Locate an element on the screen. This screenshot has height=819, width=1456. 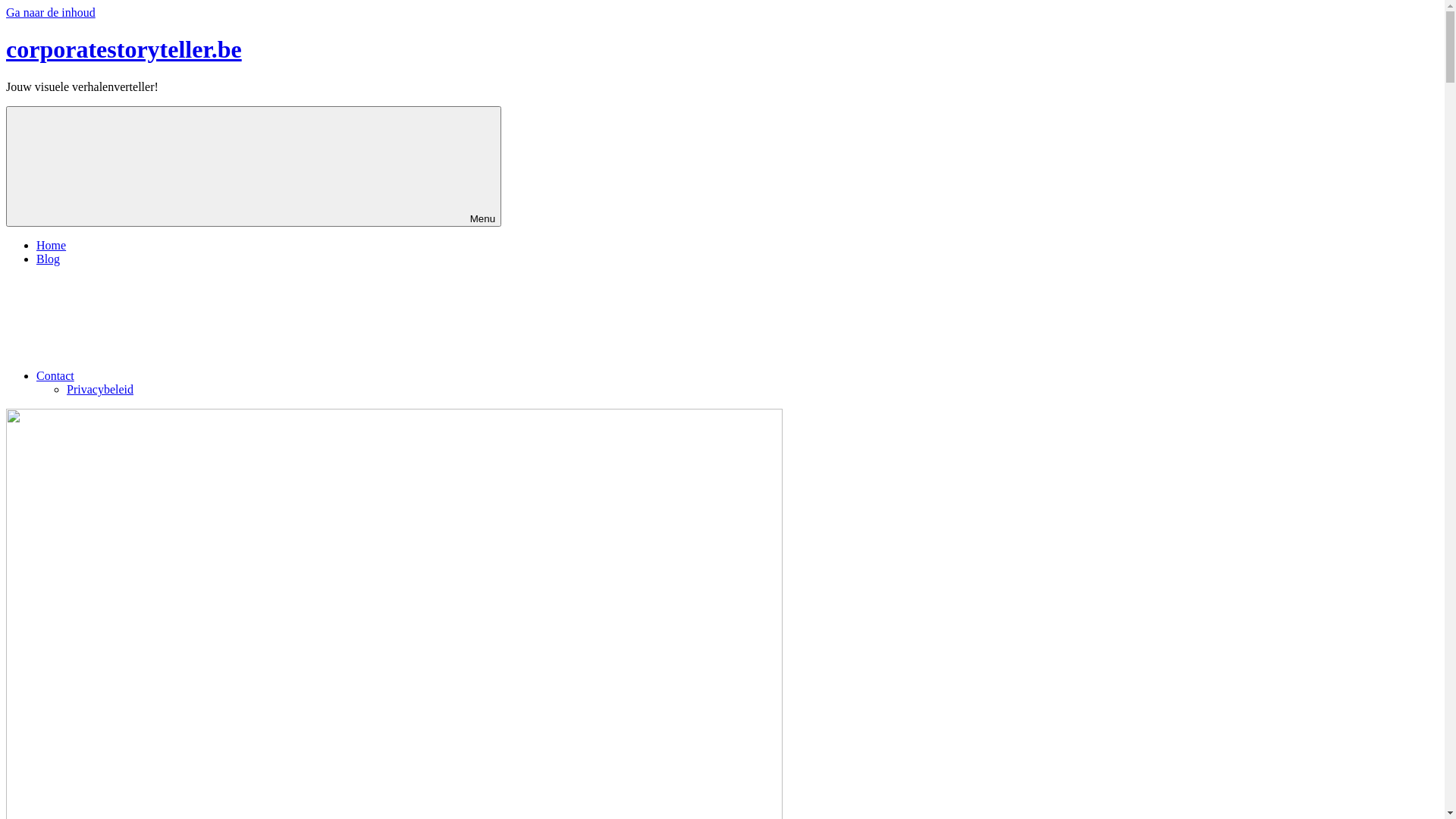
'Privacybeleid' is located at coordinates (99, 388).